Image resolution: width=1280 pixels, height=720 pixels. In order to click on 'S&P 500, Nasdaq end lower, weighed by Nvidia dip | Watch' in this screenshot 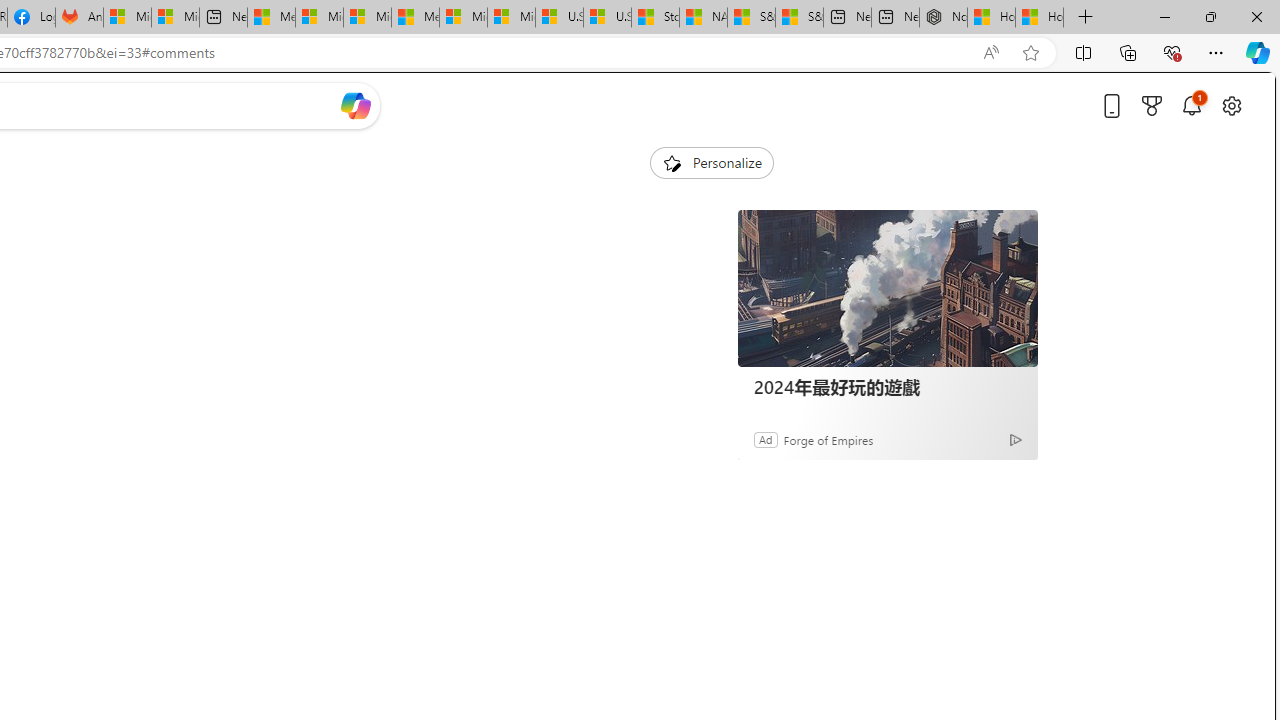, I will do `click(798, 17)`.